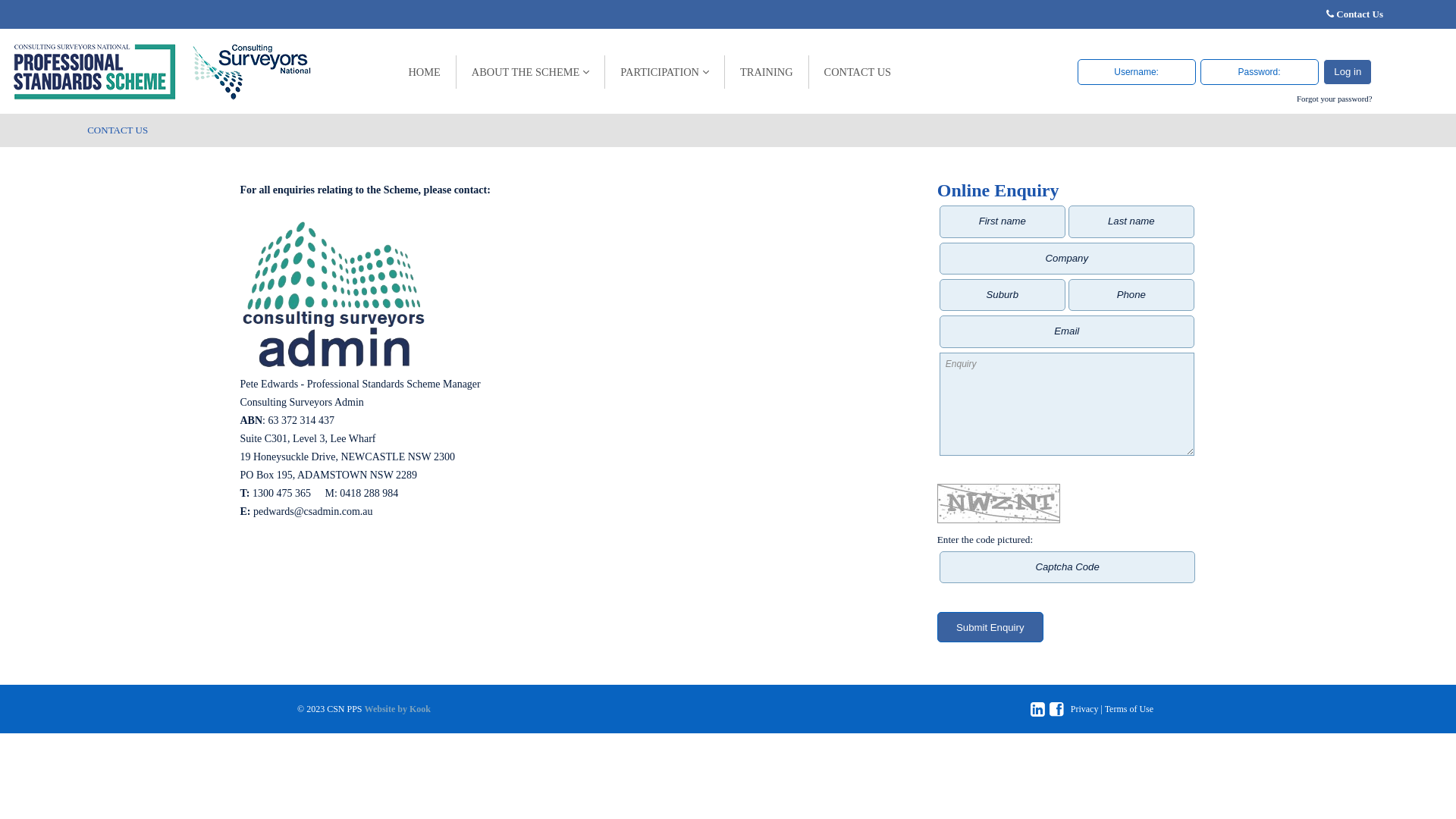 This screenshot has height=819, width=1456. Describe the element at coordinates (665, 72) in the screenshot. I see `'PARTICIPATION'` at that location.